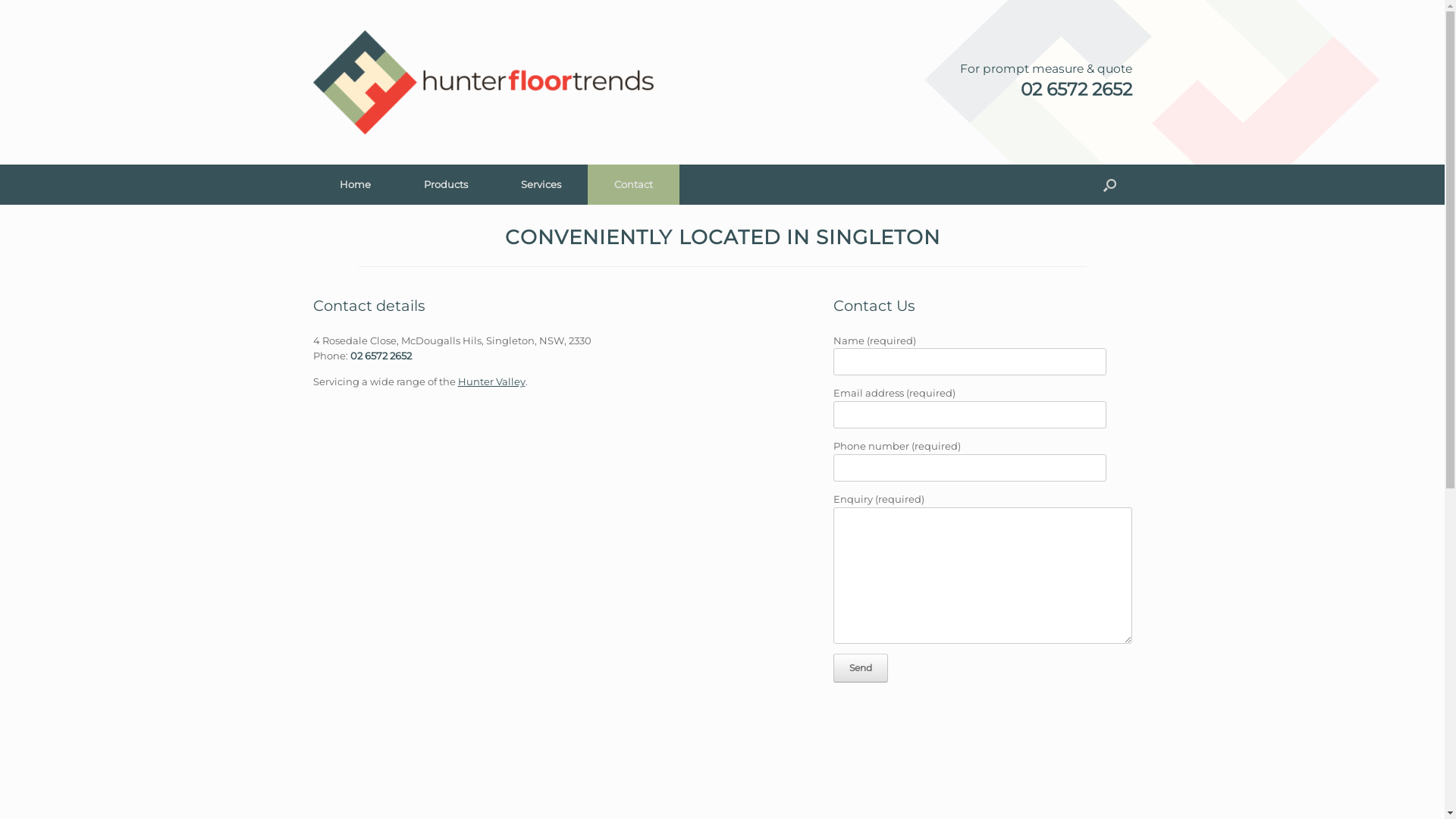 The height and width of the screenshot is (819, 1456). I want to click on 'Send', so click(860, 667).